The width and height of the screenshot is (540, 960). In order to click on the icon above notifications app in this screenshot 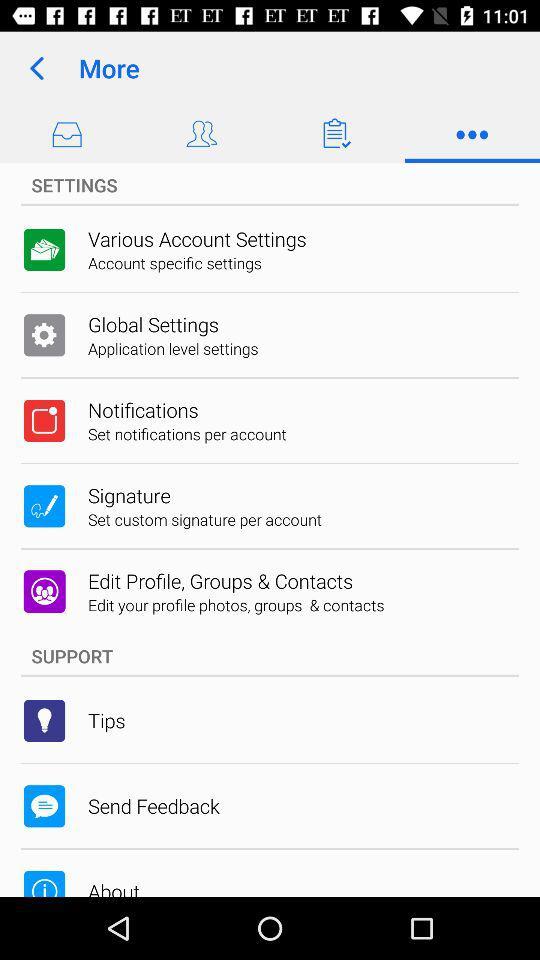, I will do `click(173, 348)`.